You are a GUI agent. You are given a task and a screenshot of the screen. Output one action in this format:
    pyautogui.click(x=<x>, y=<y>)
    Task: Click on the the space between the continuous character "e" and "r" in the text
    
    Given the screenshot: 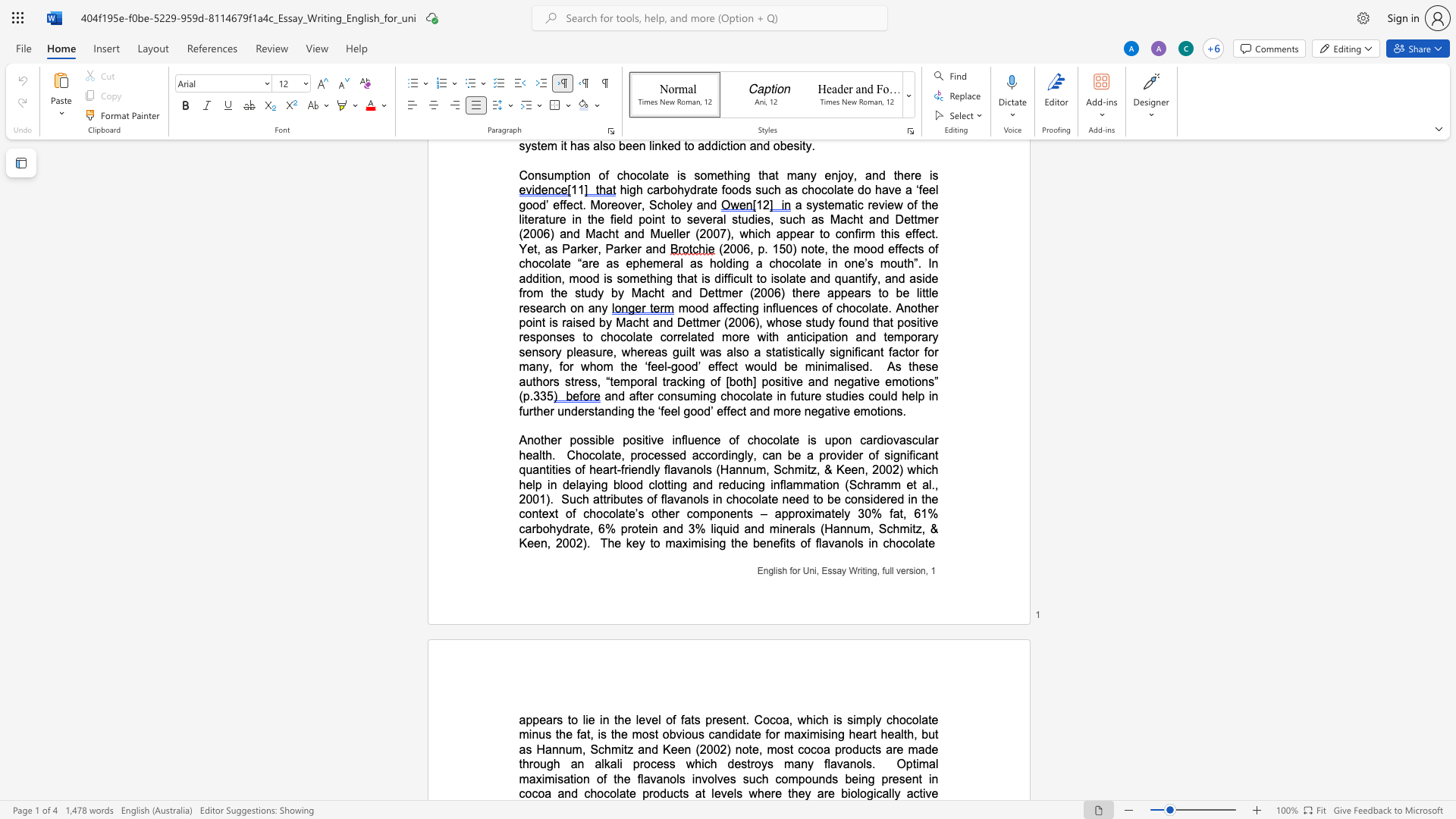 What is the action you would take?
    pyautogui.click(x=770, y=792)
    